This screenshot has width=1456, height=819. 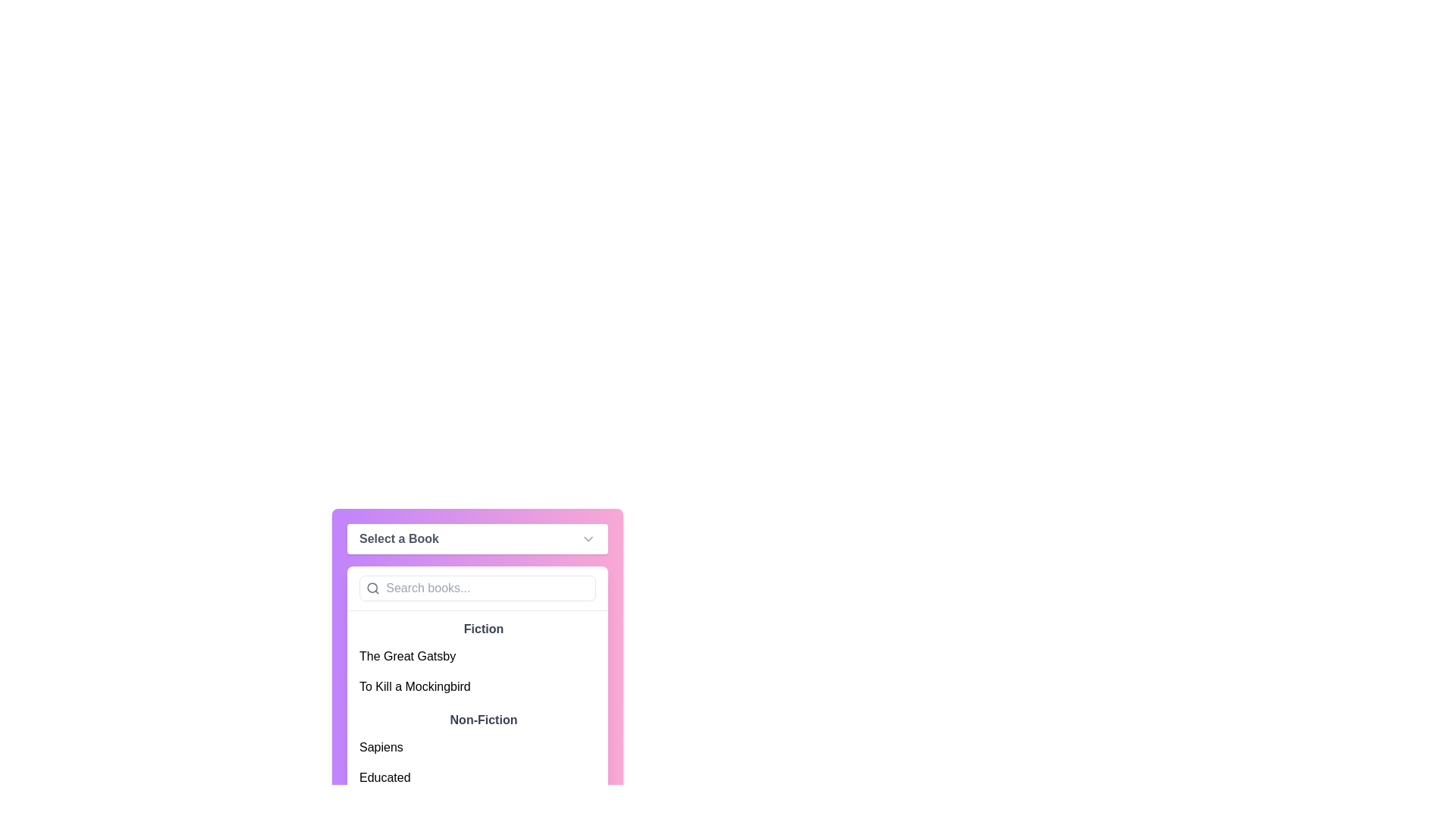 What do you see at coordinates (476, 747) in the screenshot?
I see `the first list item under the 'Non-Fiction' section` at bounding box center [476, 747].